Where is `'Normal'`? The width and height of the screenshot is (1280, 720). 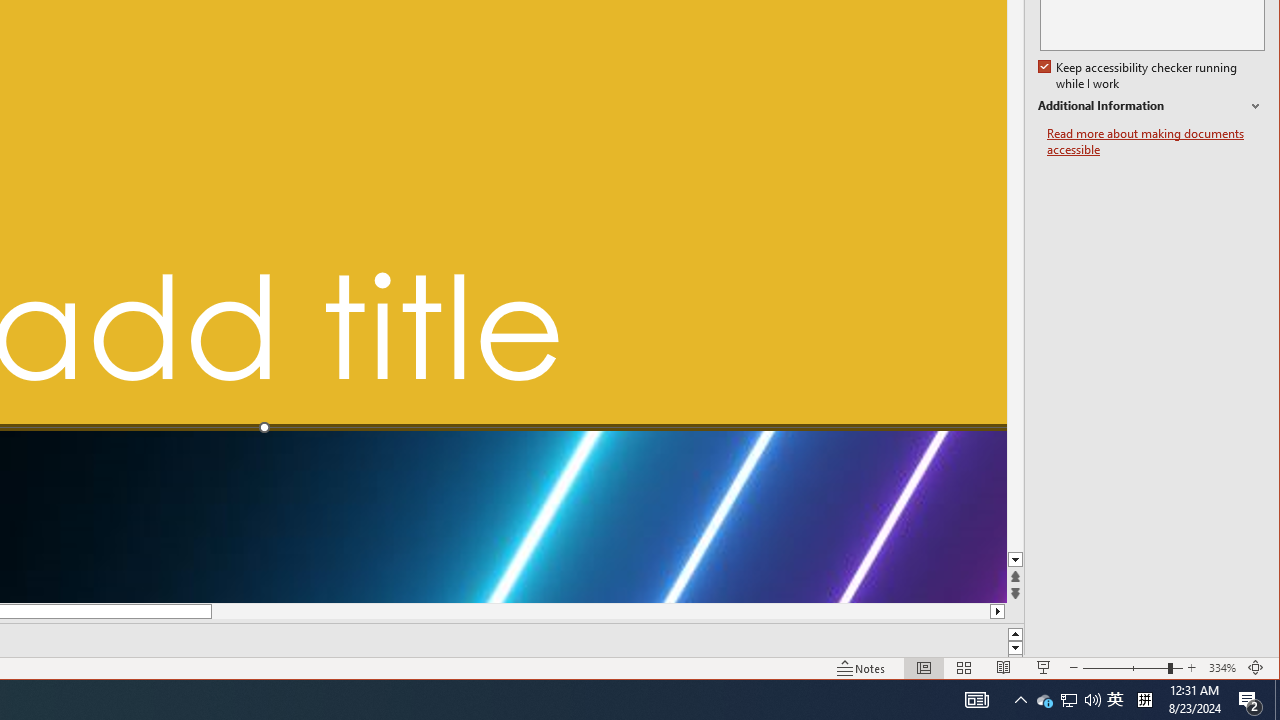
'Normal' is located at coordinates (923, 668).